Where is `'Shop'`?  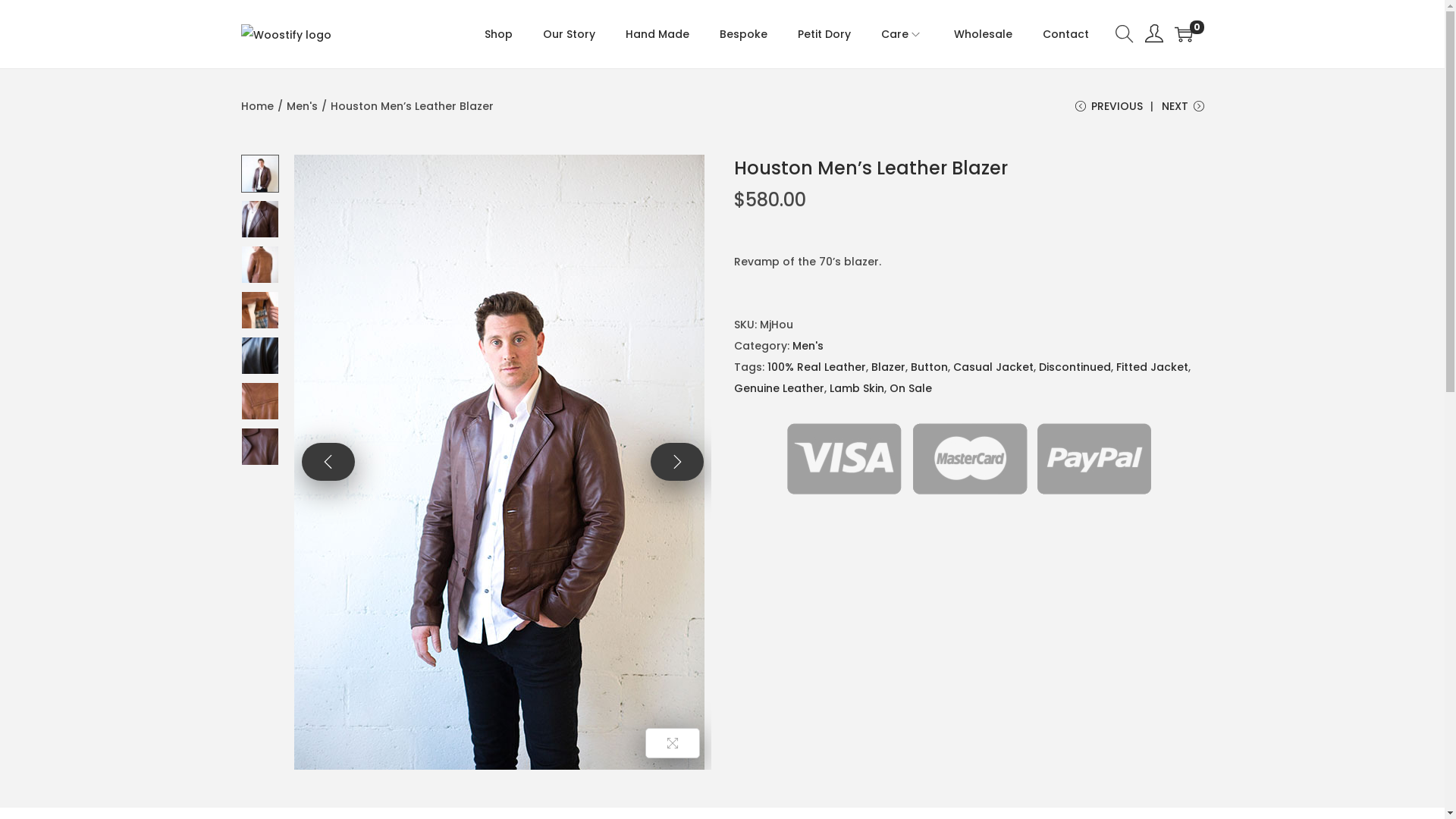 'Shop' is located at coordinates (483, 34).